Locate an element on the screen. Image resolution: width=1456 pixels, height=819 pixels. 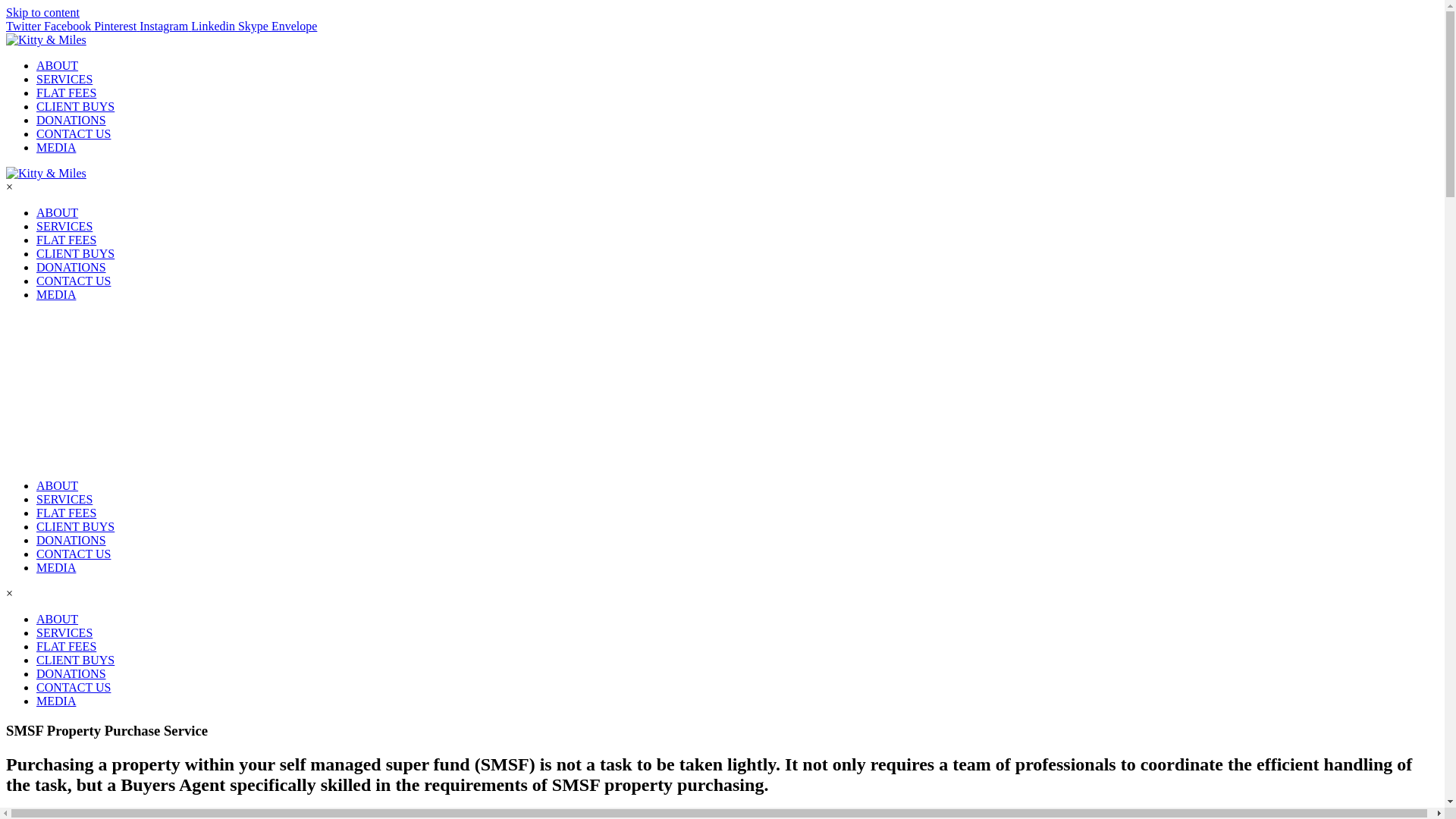
'ABOUT' is located at coordinates (549, 70).